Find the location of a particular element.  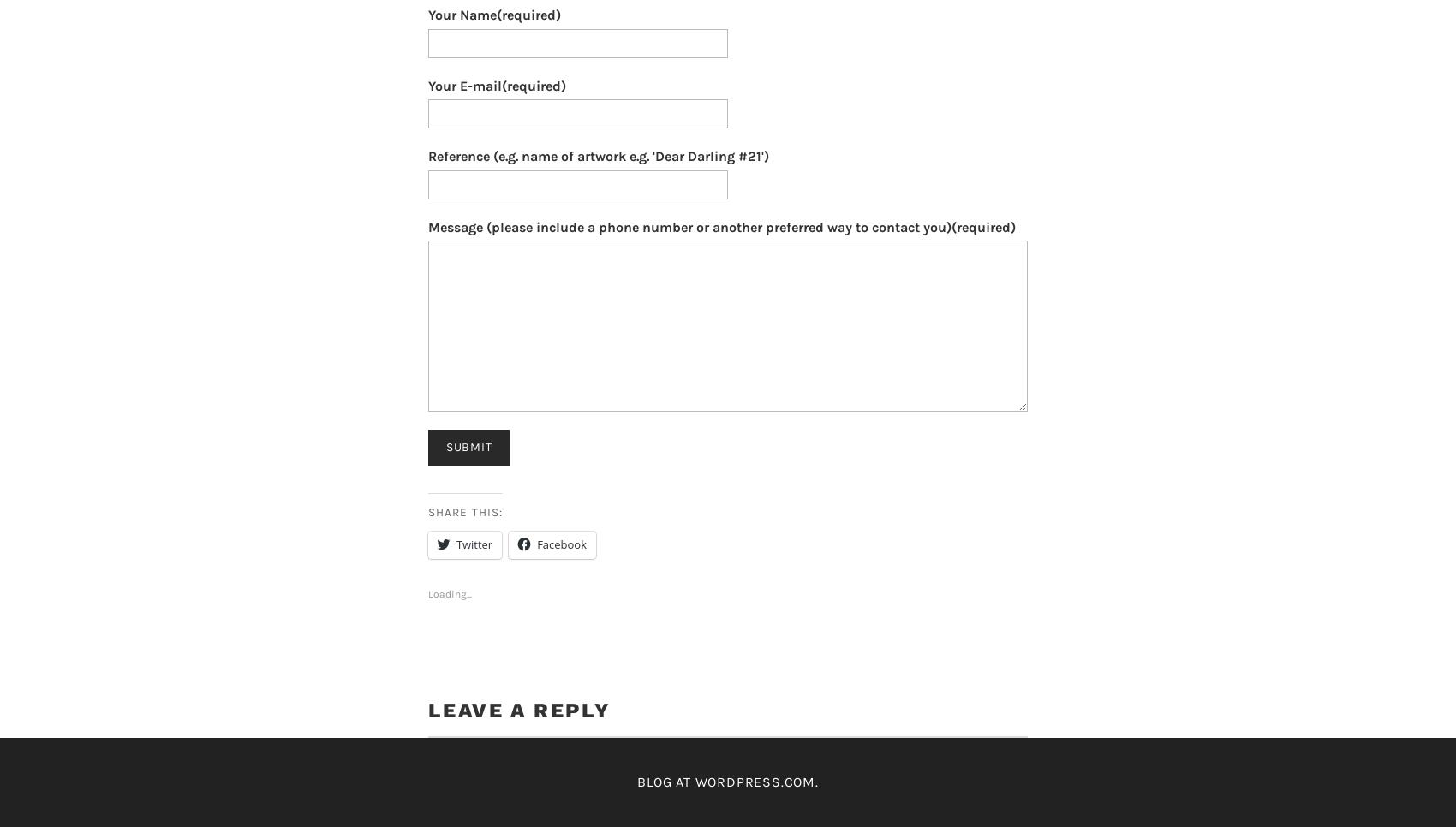

'Submit' is located at coordinates (468, 447).